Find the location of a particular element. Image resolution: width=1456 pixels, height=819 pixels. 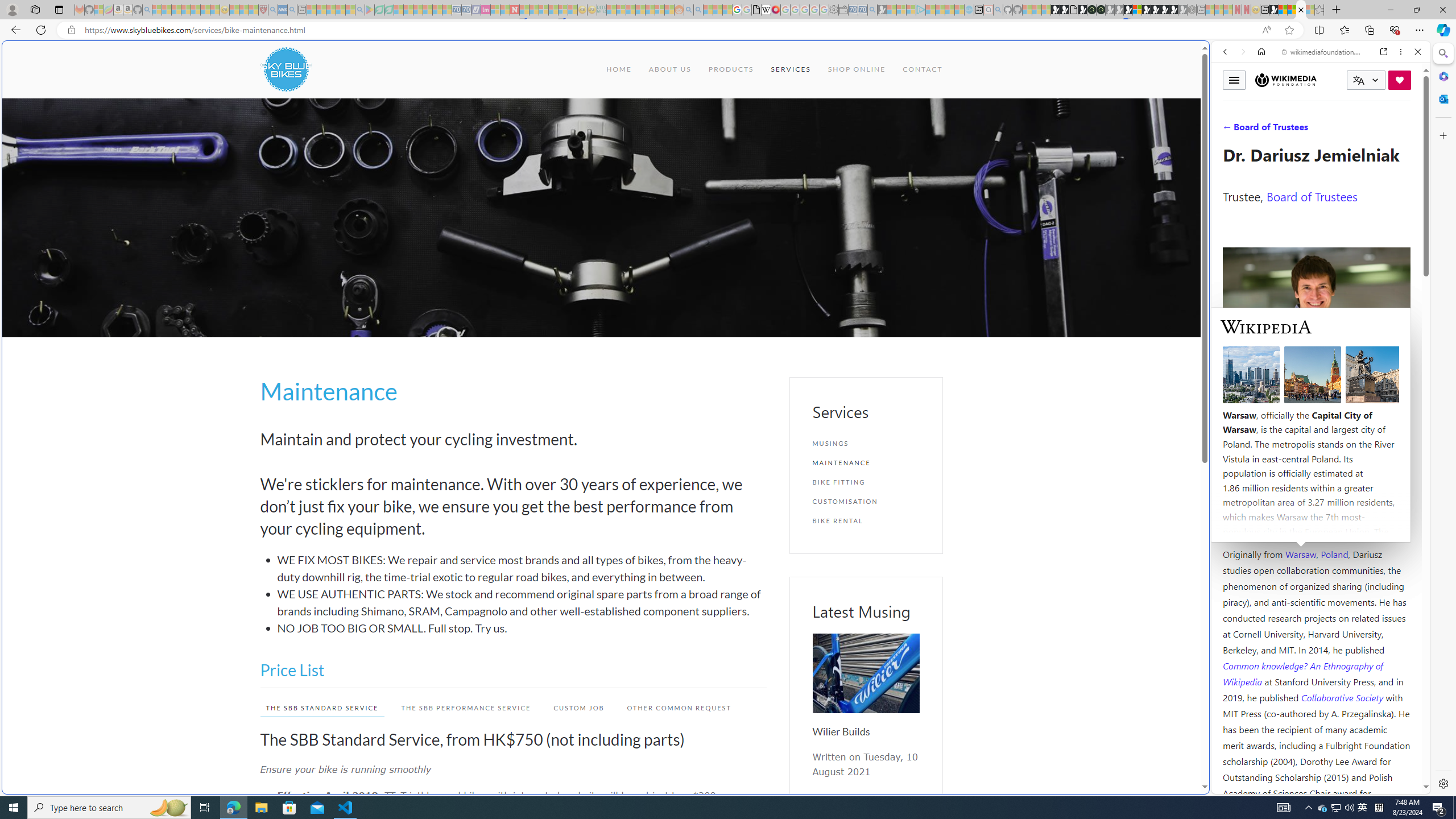

'14 Common Myths Debunked By Scientific Facts - Sleeping' is located at coordinates (533, 9).